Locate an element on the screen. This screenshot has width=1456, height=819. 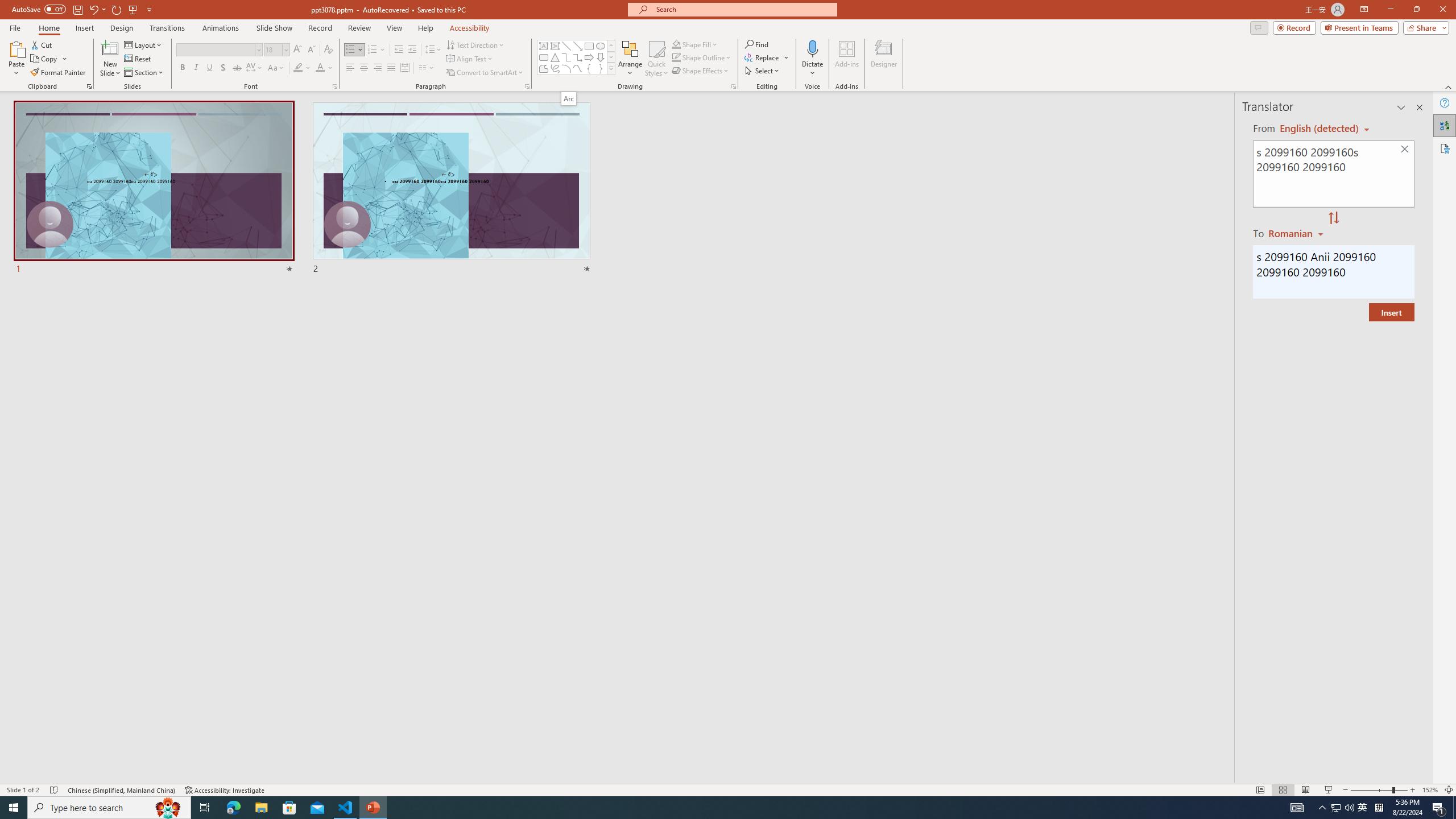
'Vertical Text Box' is located at coordinates (554, 45).